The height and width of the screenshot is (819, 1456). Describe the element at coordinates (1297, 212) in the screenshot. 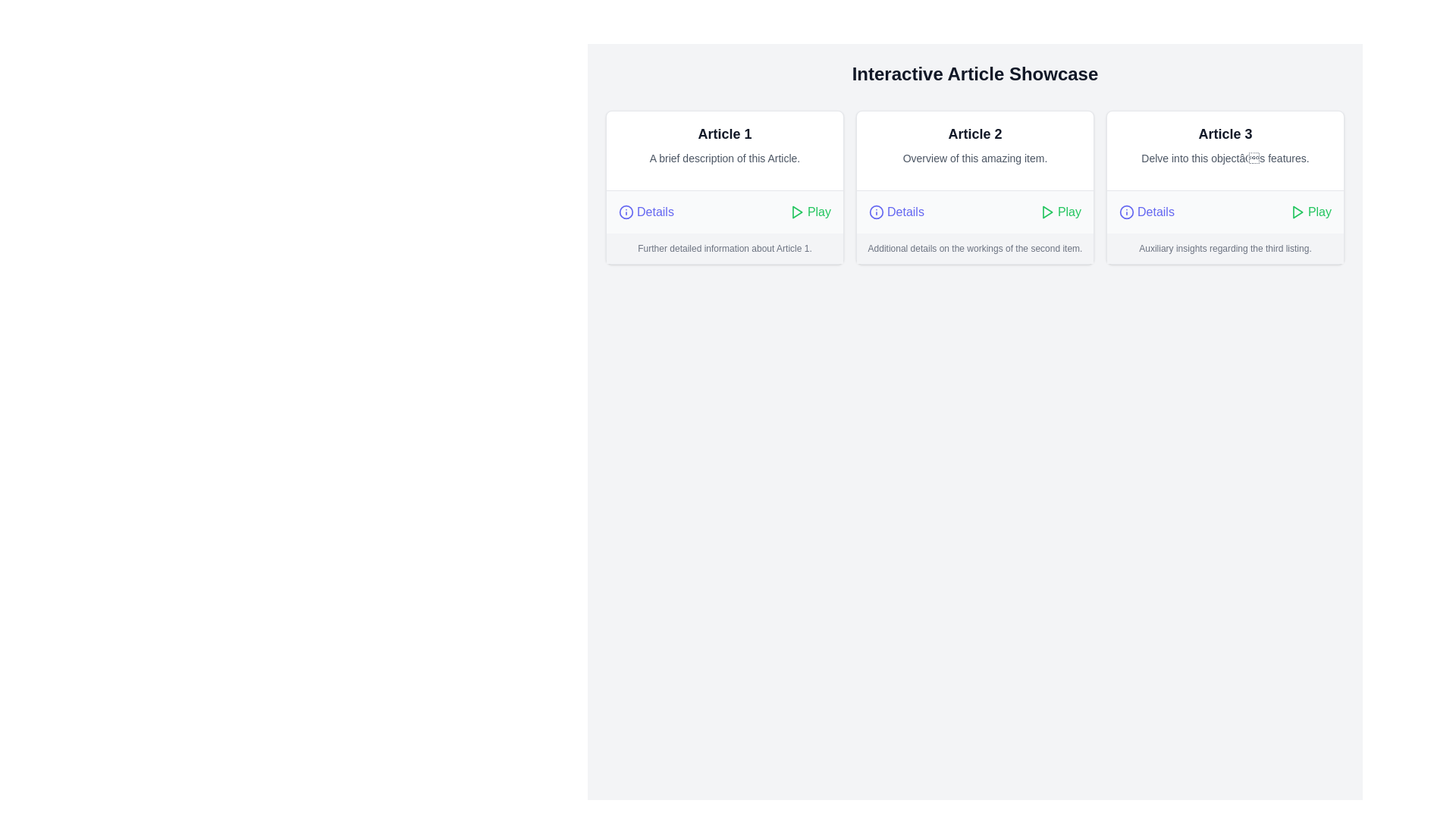

I see `the triangular play icon embedded in the SVG of the play button in the third interactive article card titled 'Article 3'` at that location.